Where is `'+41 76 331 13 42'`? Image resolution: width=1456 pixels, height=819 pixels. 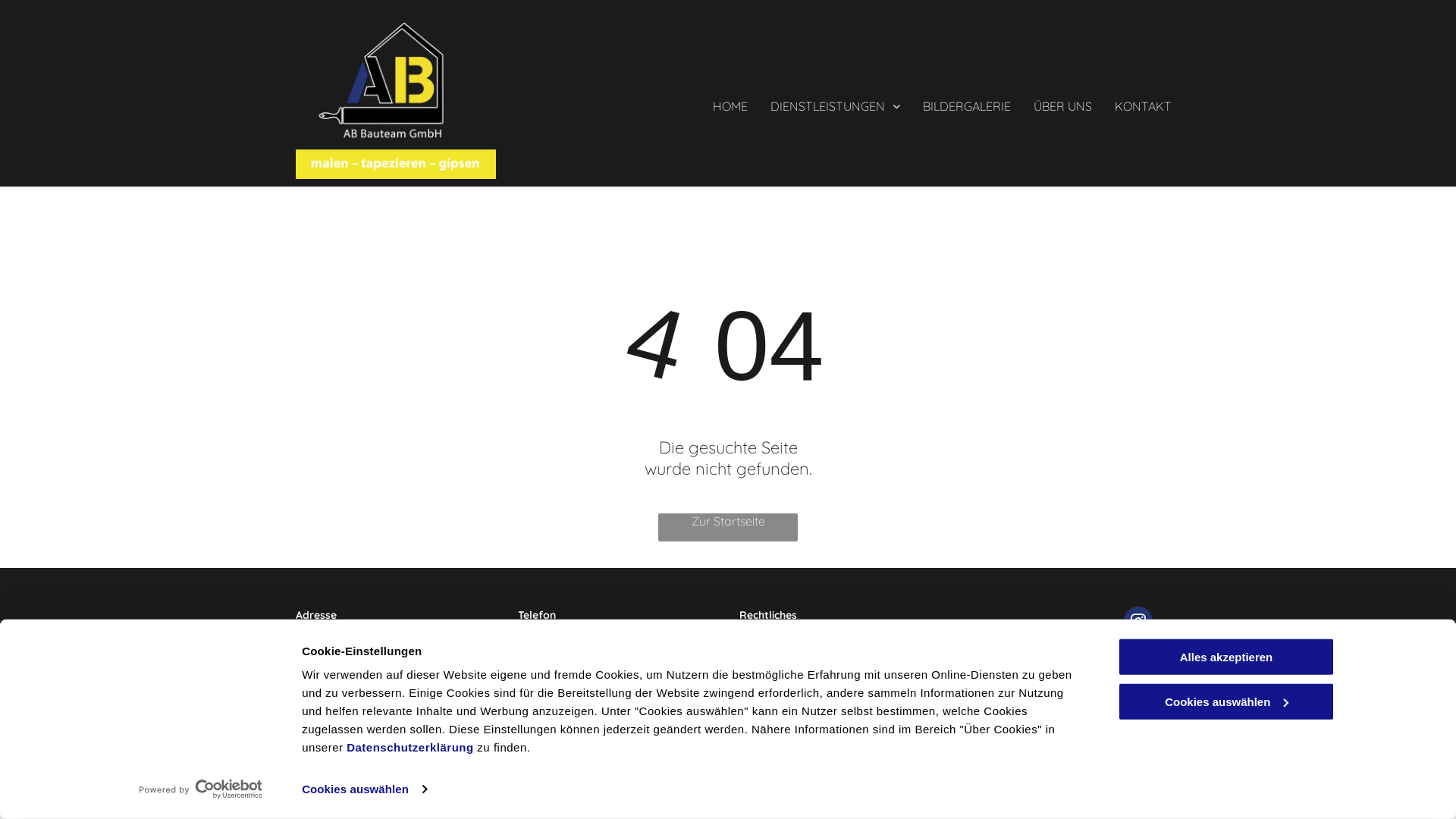
'+41 76 331 13 42' is located at coordinates (516, 632).